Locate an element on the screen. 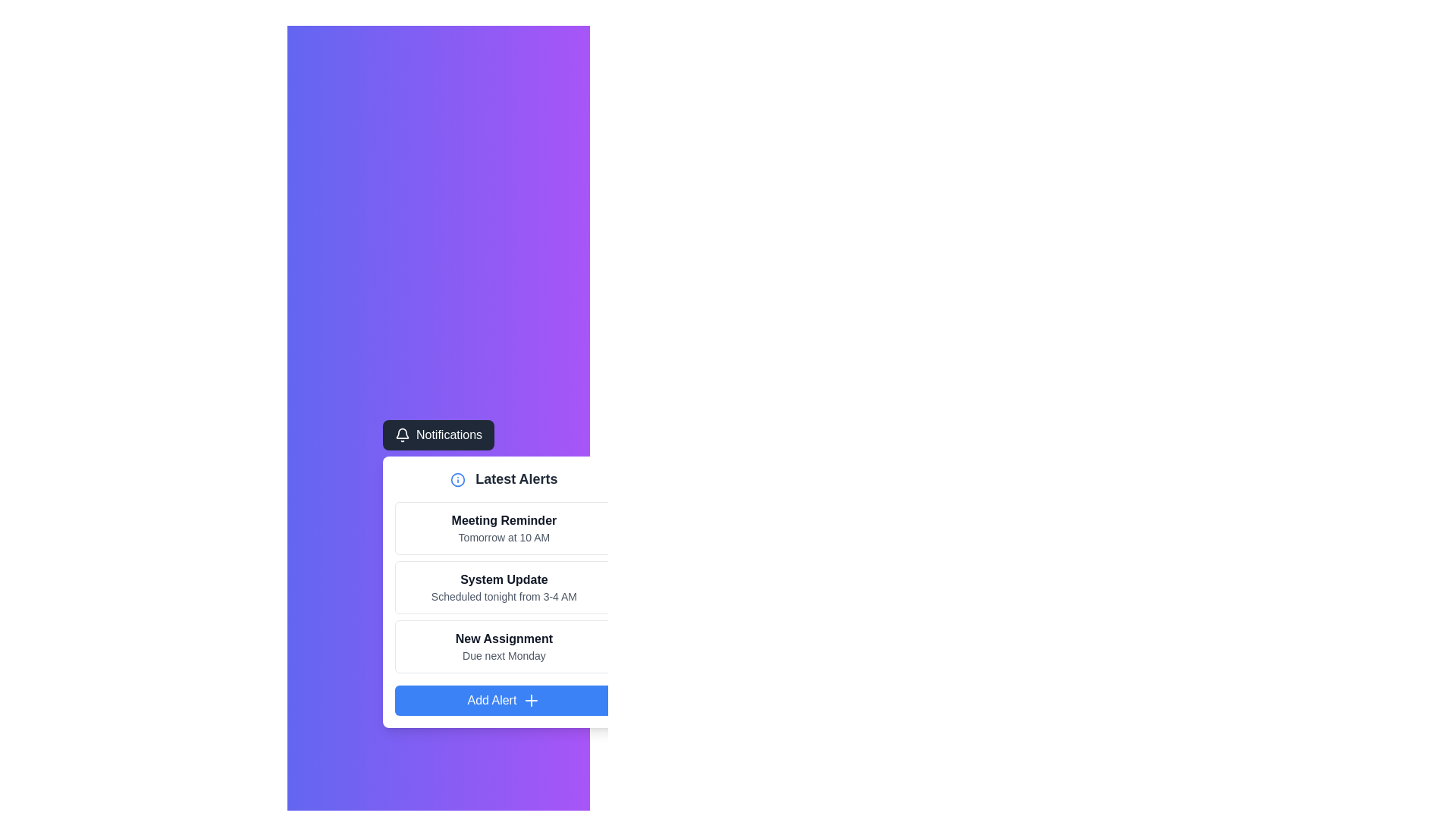 This screenshot has height=819, width=1456. the bell icon located inside the 'Notifications' button is located at coordinates (402, 435).